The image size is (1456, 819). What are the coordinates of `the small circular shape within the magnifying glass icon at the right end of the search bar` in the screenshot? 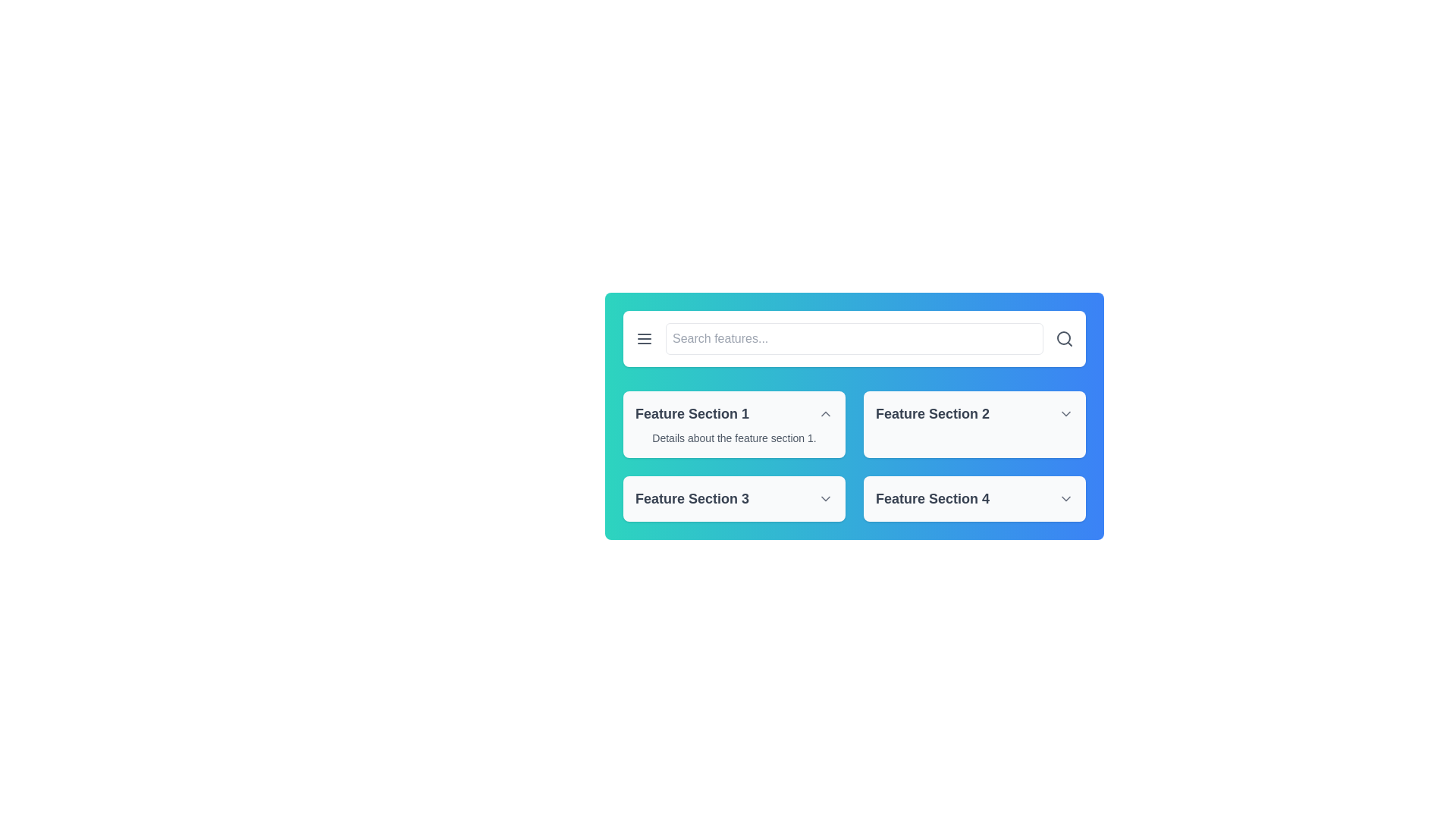 It's located at (1062, 337).